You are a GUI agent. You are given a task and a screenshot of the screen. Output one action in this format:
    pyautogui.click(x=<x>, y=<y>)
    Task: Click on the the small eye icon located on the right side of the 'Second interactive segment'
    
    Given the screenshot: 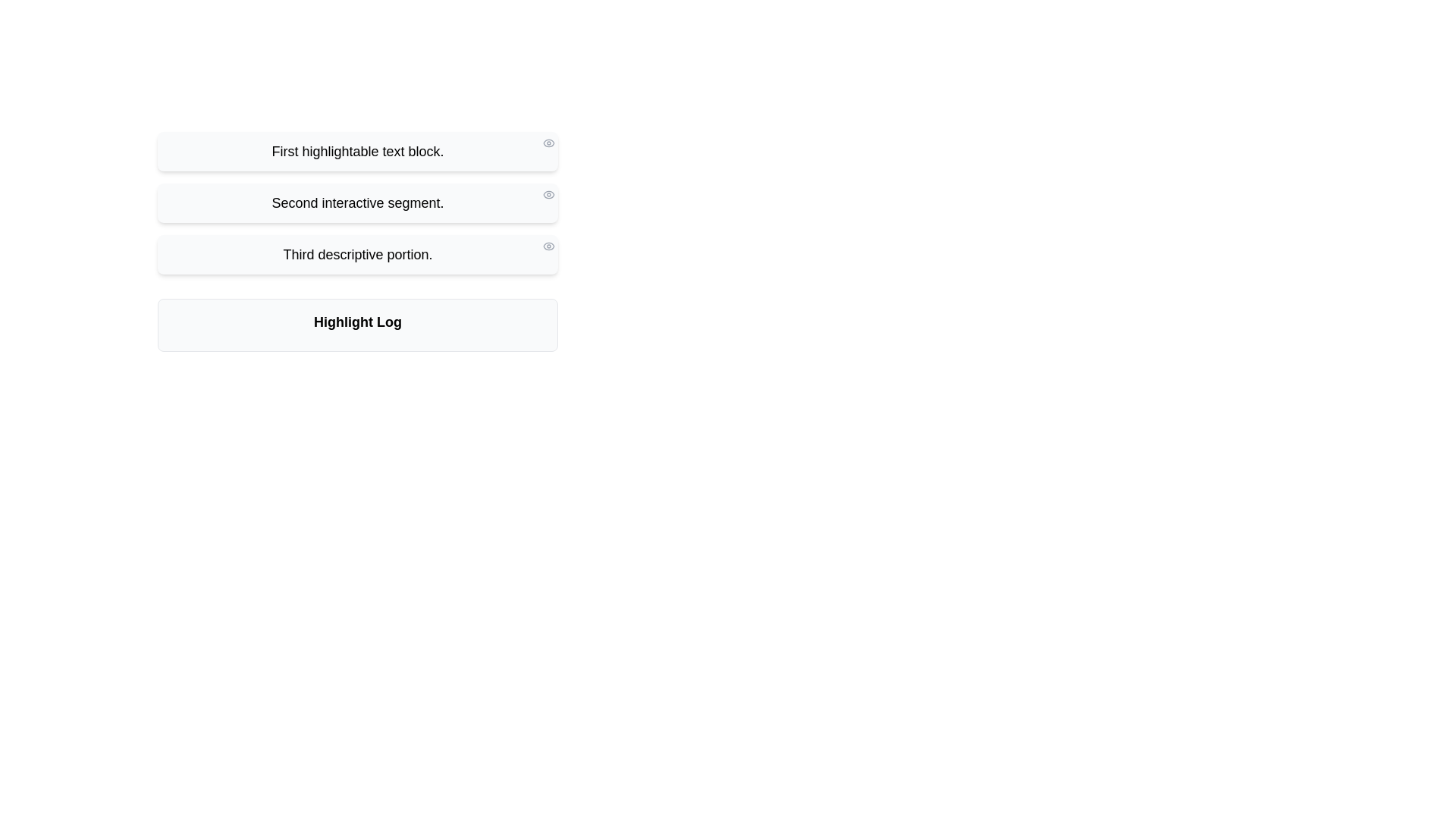 What is the action you would take?
    pyautogui.click(x=548, y=194)
    